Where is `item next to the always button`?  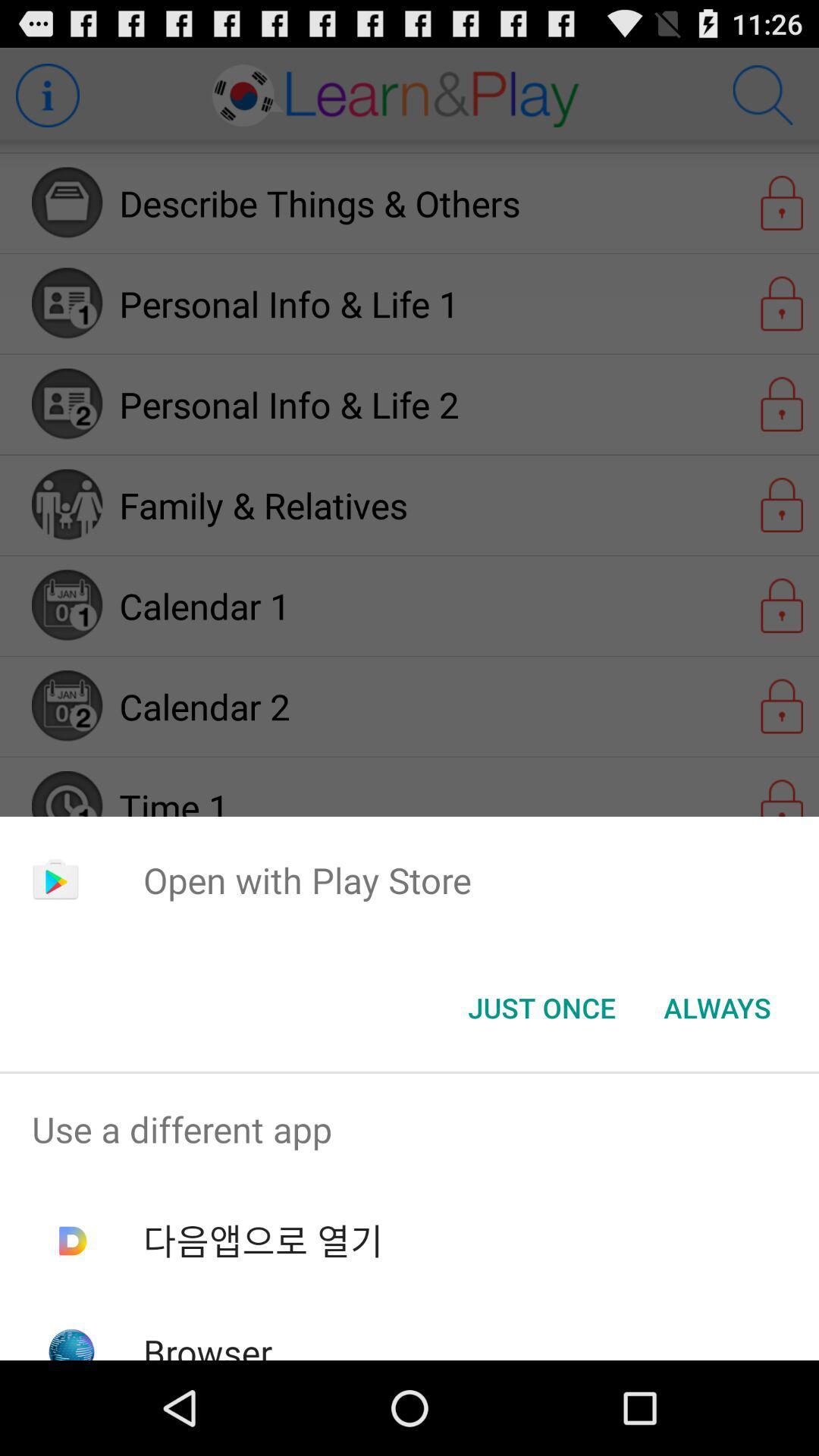
item next to the always button is located at coordinates (541, 1008).